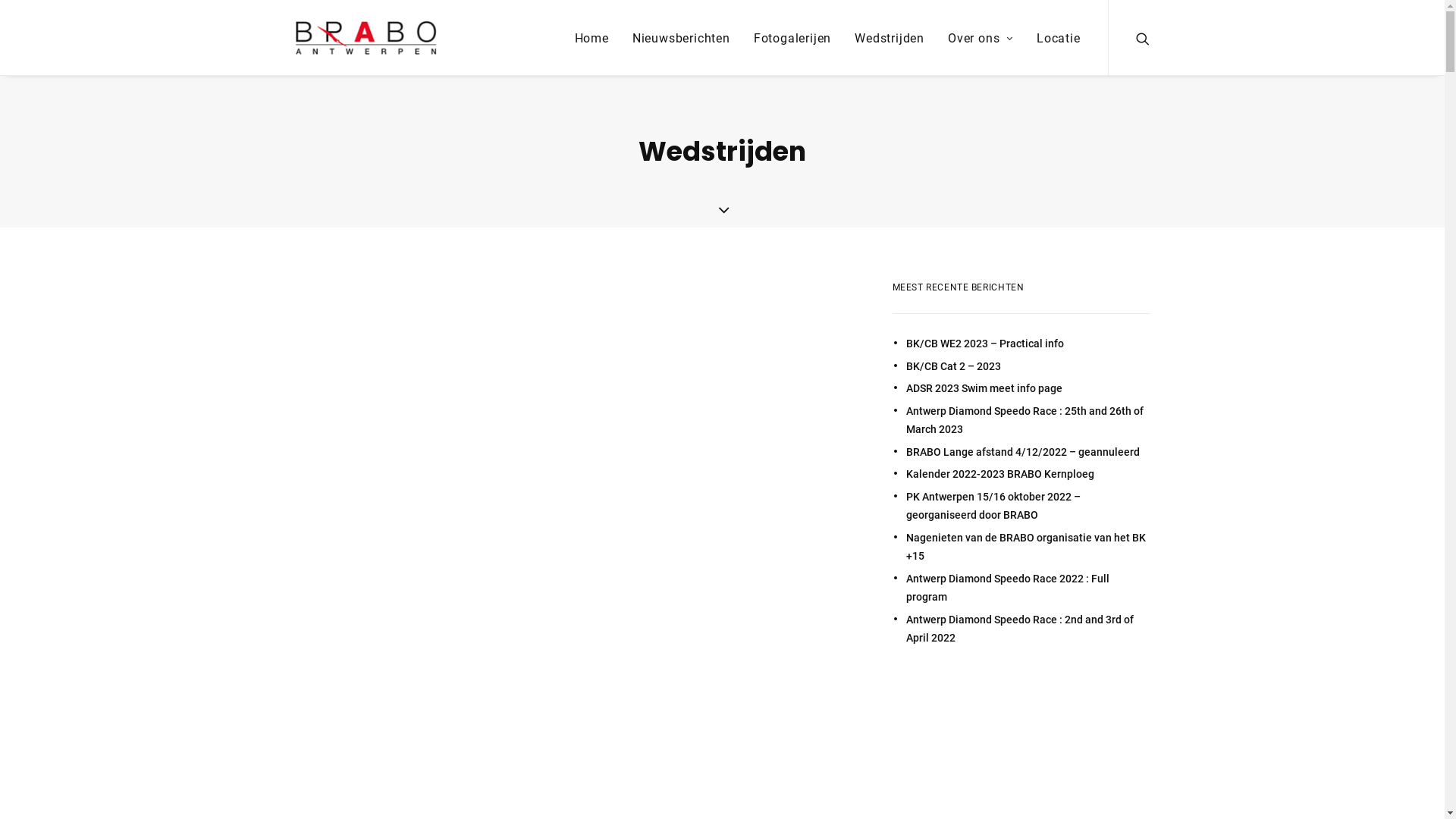 The image size is (1456, 819). What do you see at coordinates (980, 36) in the screenshot?
I see `'Over ons'` at bounding box center [980, 36].